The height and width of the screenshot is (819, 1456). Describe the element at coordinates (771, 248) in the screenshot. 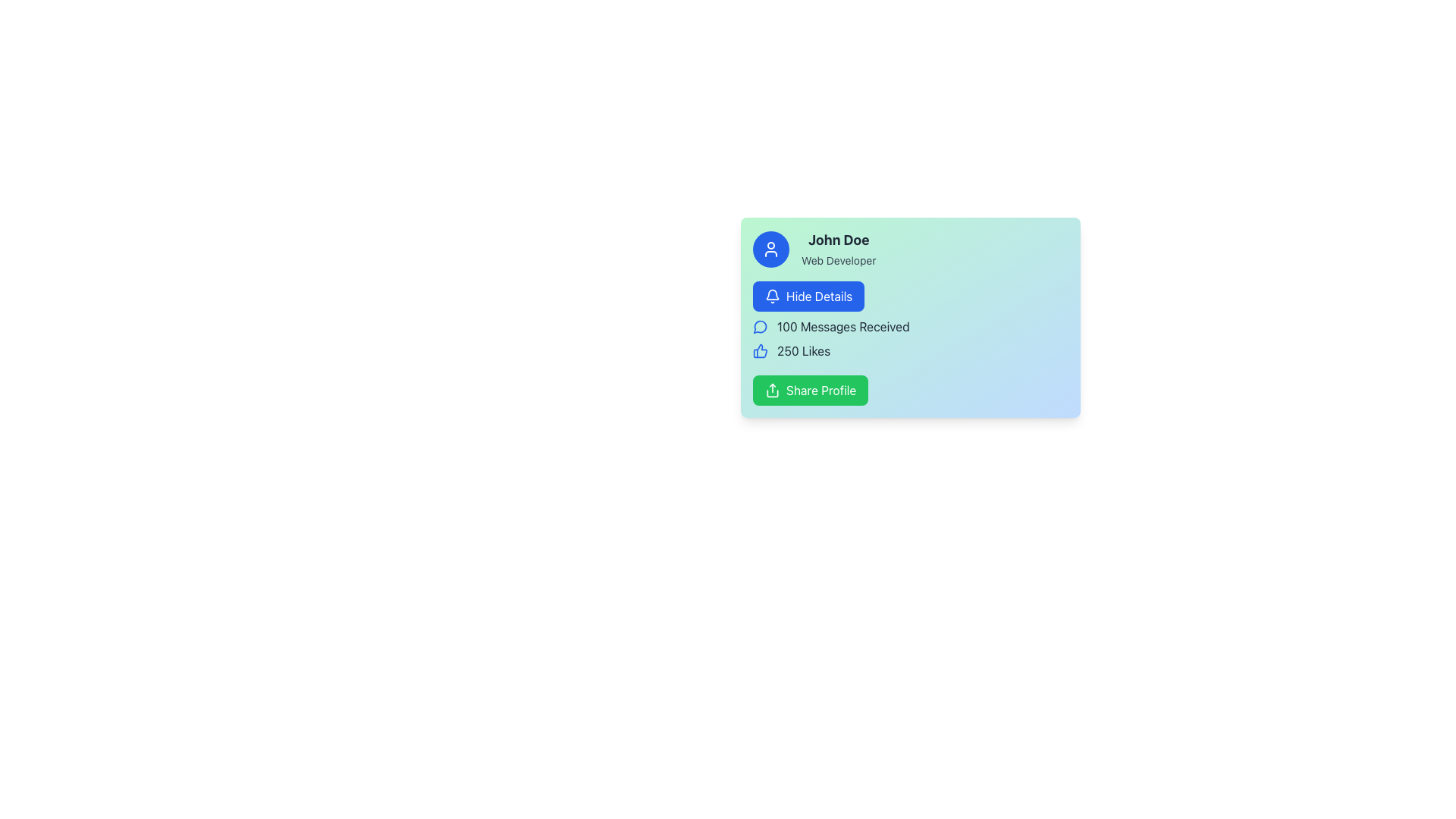

I see `the circular button with a blue background and a white user icon, which is located to the left of the text 'John Doe' and 'Web Developer'` at that location.